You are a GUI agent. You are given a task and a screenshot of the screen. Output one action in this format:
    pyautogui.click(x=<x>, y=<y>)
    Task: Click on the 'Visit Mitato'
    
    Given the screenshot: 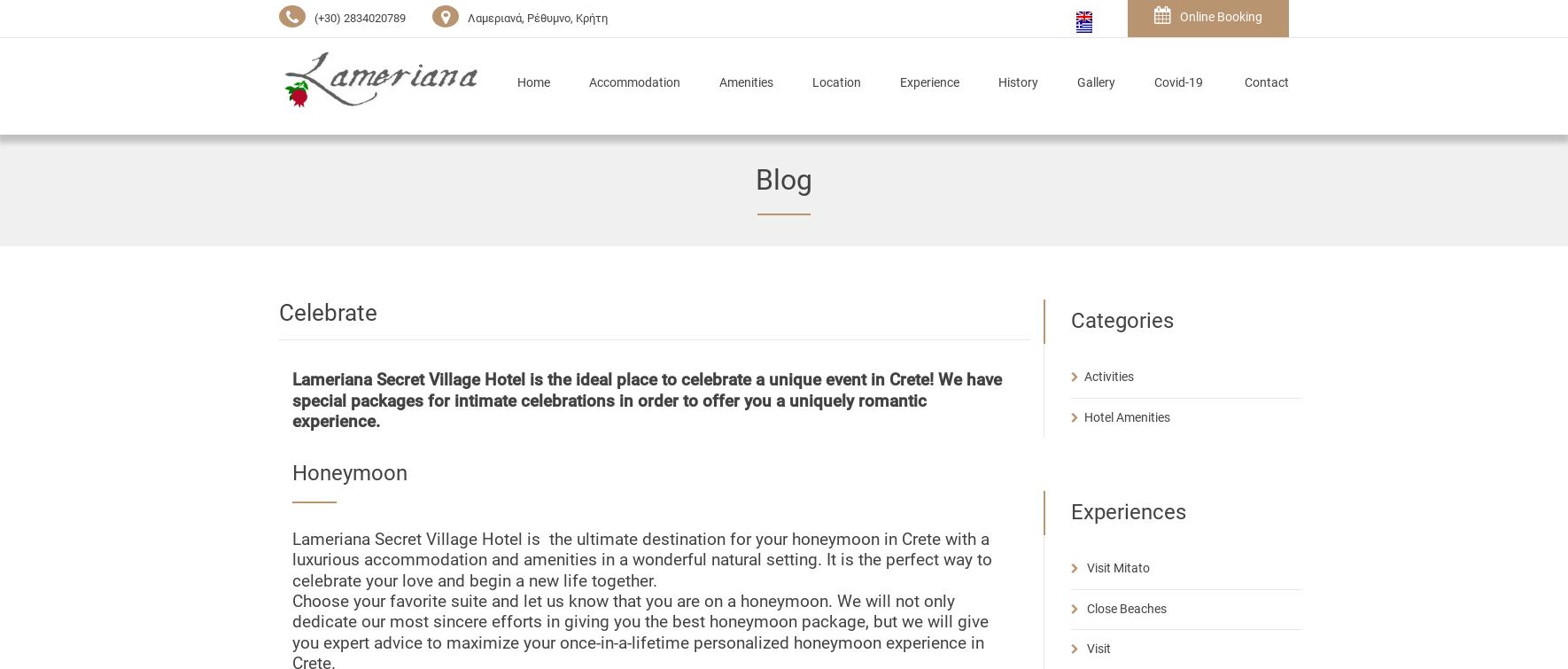 What is the action you would take?
    pyautogui.click(x=1116, y=566)
    